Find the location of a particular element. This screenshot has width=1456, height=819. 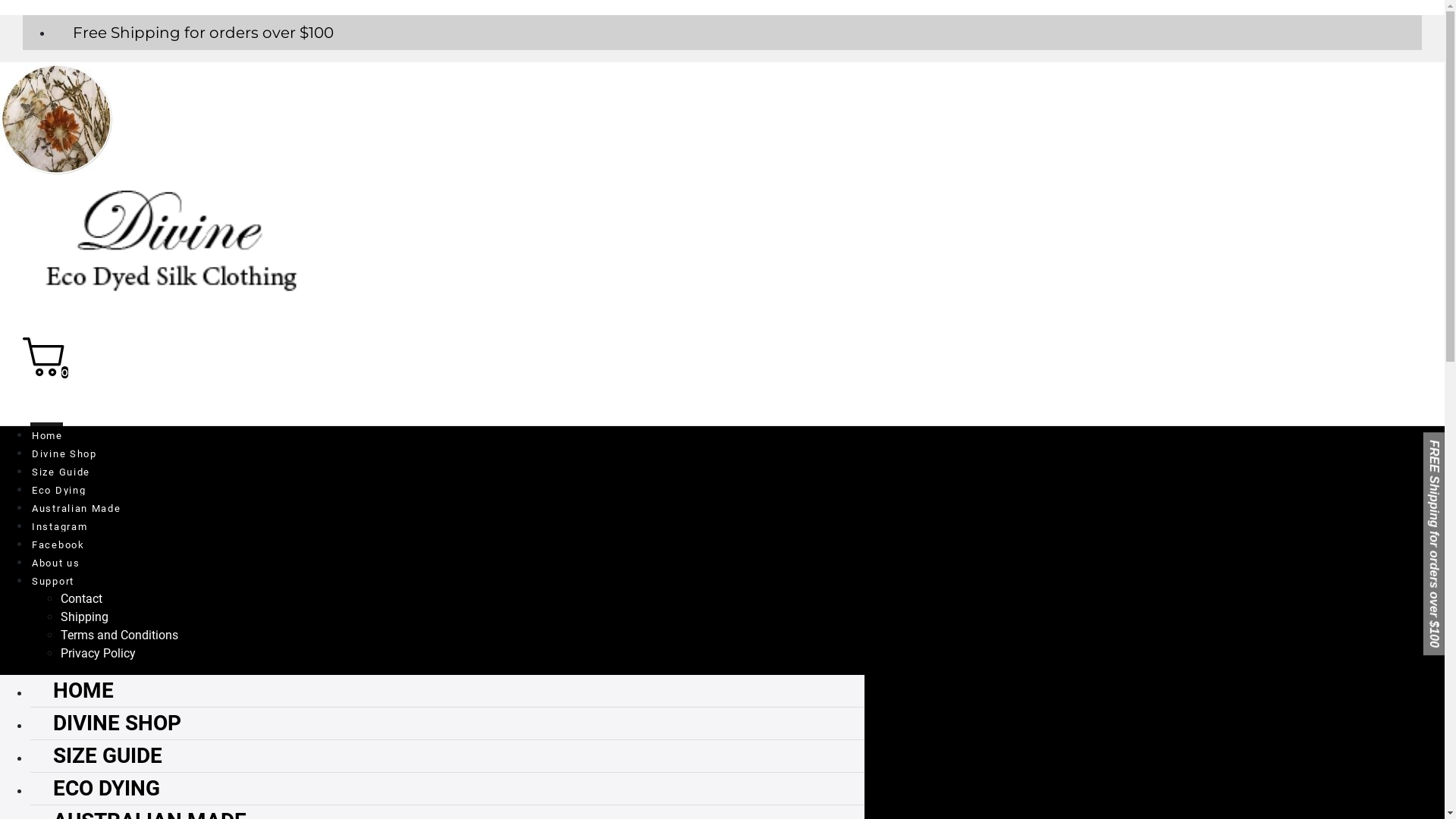

'Shipping' is located at coordinates (83, 617).